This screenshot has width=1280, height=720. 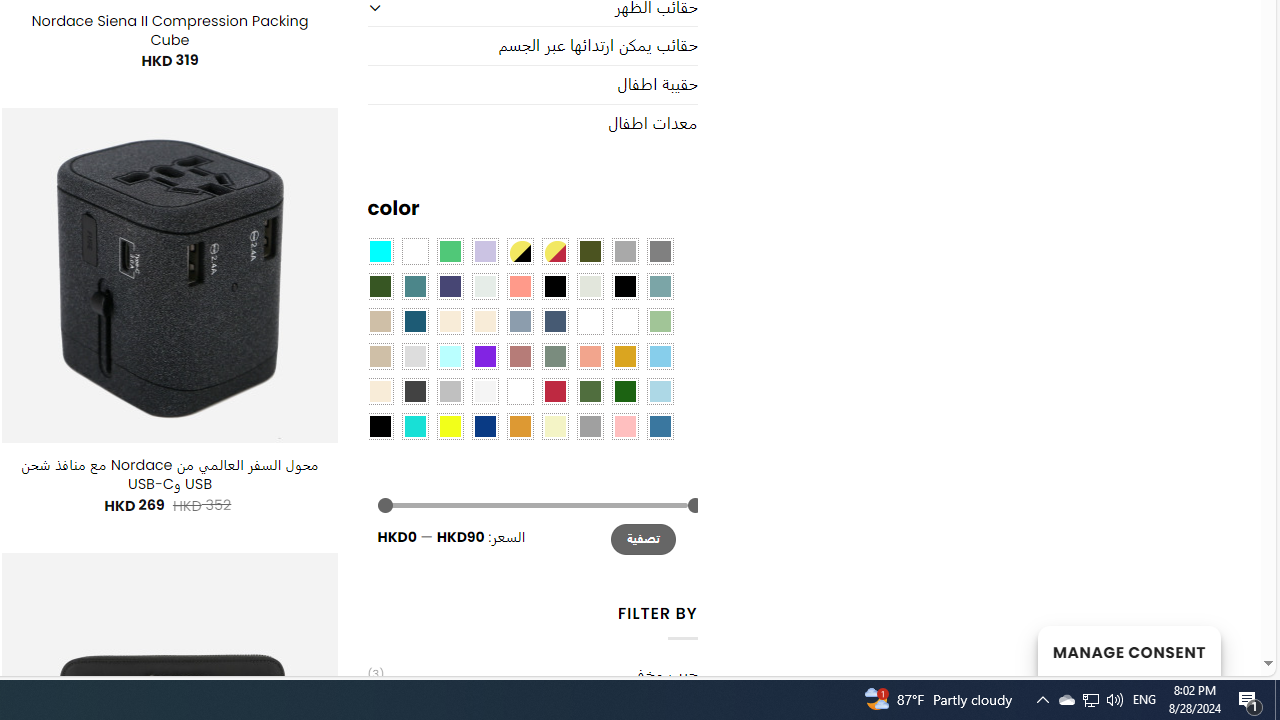 What do you see at coordinates (485, 320) in the screenshot?
I see `'Cream'` at bounding box center [485, 320].